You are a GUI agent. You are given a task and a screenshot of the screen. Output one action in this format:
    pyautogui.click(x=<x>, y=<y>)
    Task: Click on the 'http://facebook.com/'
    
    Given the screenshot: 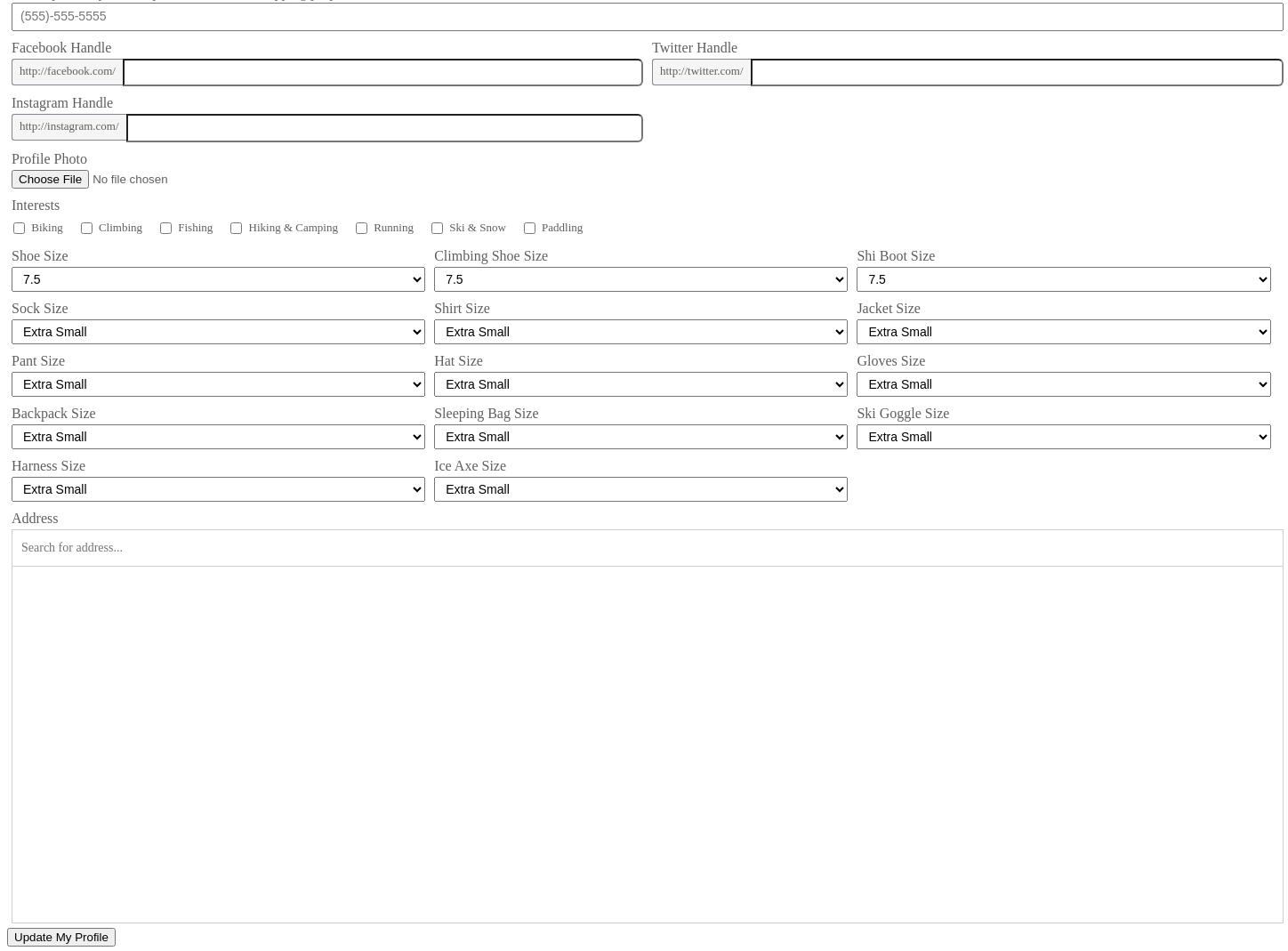 What is the action you would take?
    pyautogui.click(x=67, y=69)
    